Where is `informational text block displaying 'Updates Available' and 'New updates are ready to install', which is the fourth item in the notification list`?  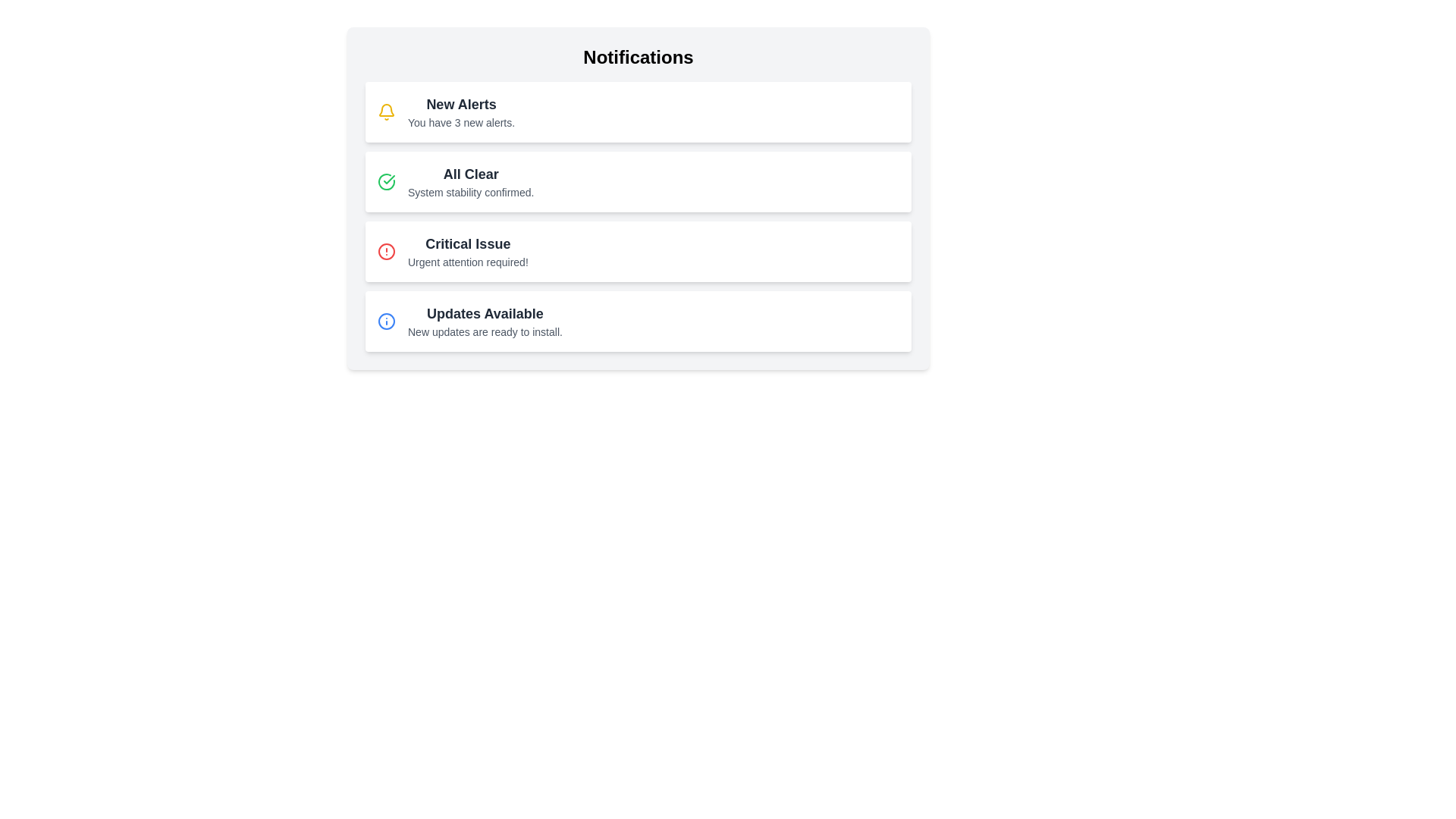 informational text block displaying 'Updates Available' and 'New updates are ready to install', which is the fourth item in the notification list is located at coordinates (484, 321).